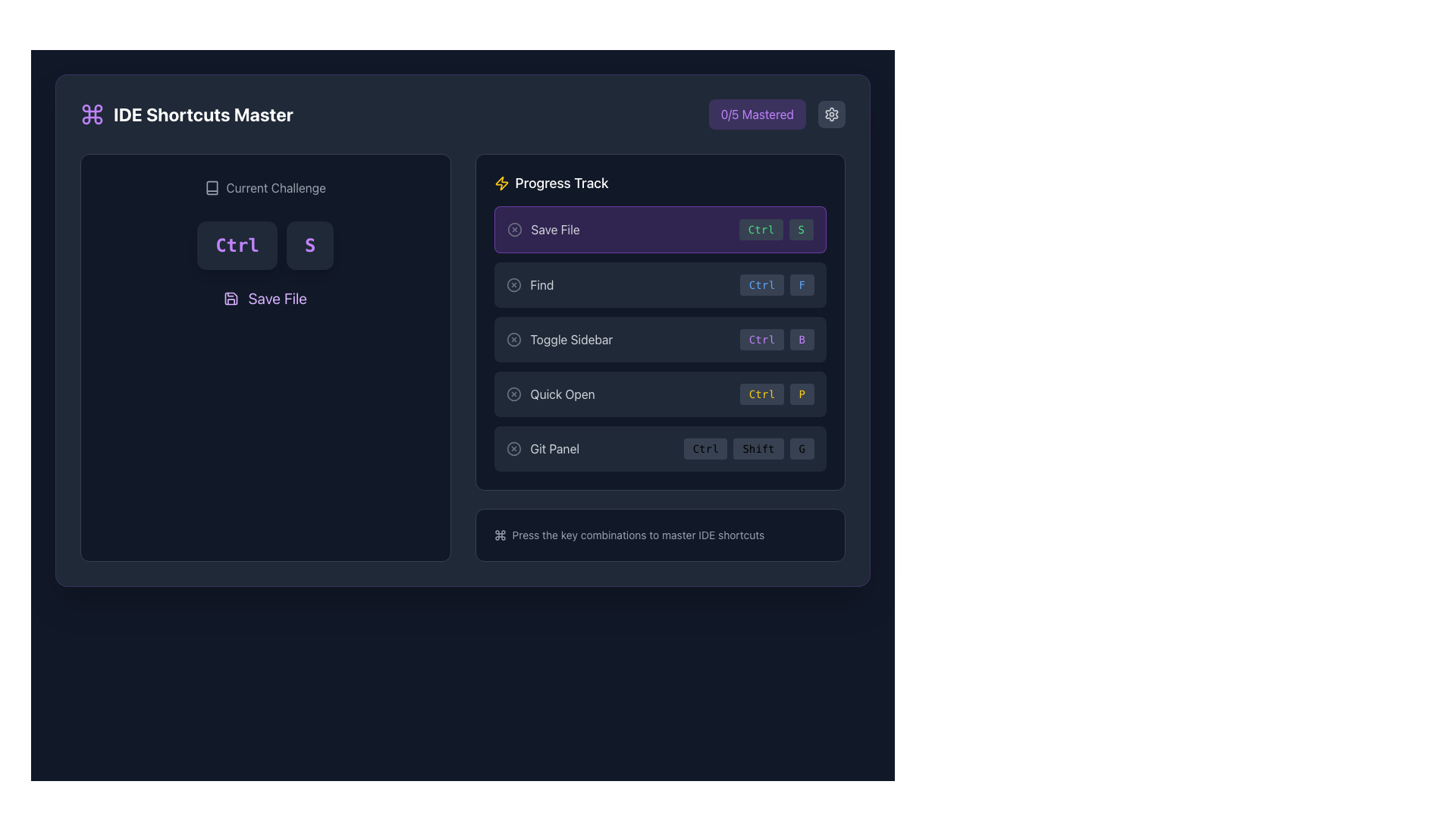  I want to click on the 'S' button that represents the 'S' key for the 'Ctrl + S' keyboard shortcut, located to the immediate right of the 'Ctrl' button in the 'Current Challenge' section, so click(309, 245).